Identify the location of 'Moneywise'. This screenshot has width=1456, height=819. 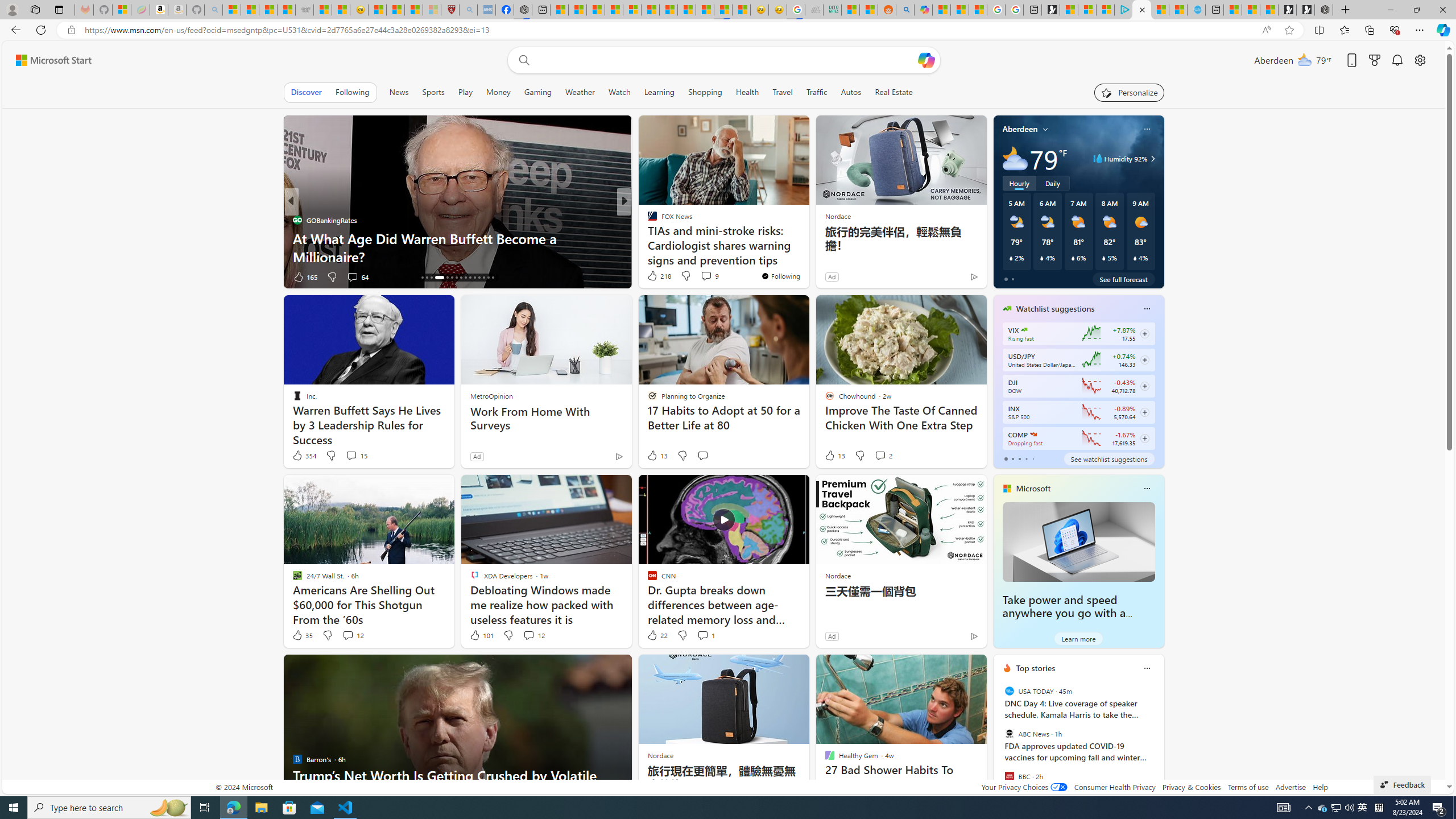
(647, 220).